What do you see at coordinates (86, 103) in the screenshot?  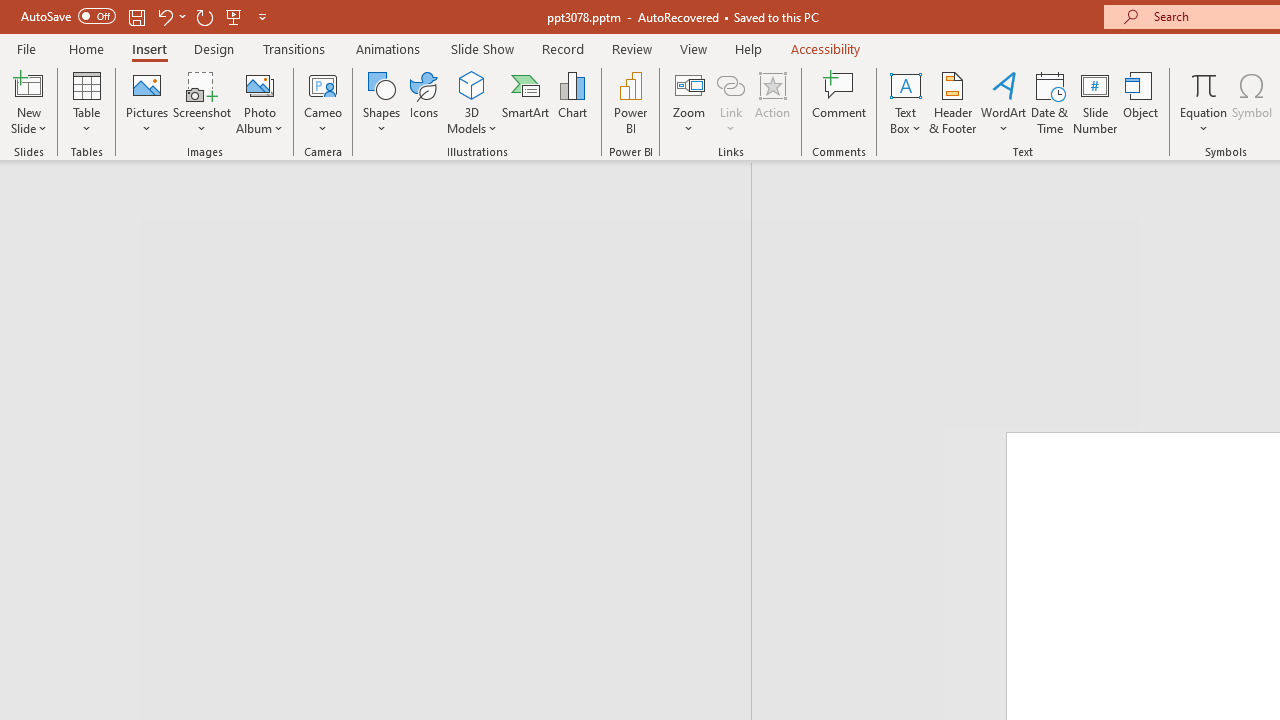 I see `'Table'` at bounding box center [86, 103].